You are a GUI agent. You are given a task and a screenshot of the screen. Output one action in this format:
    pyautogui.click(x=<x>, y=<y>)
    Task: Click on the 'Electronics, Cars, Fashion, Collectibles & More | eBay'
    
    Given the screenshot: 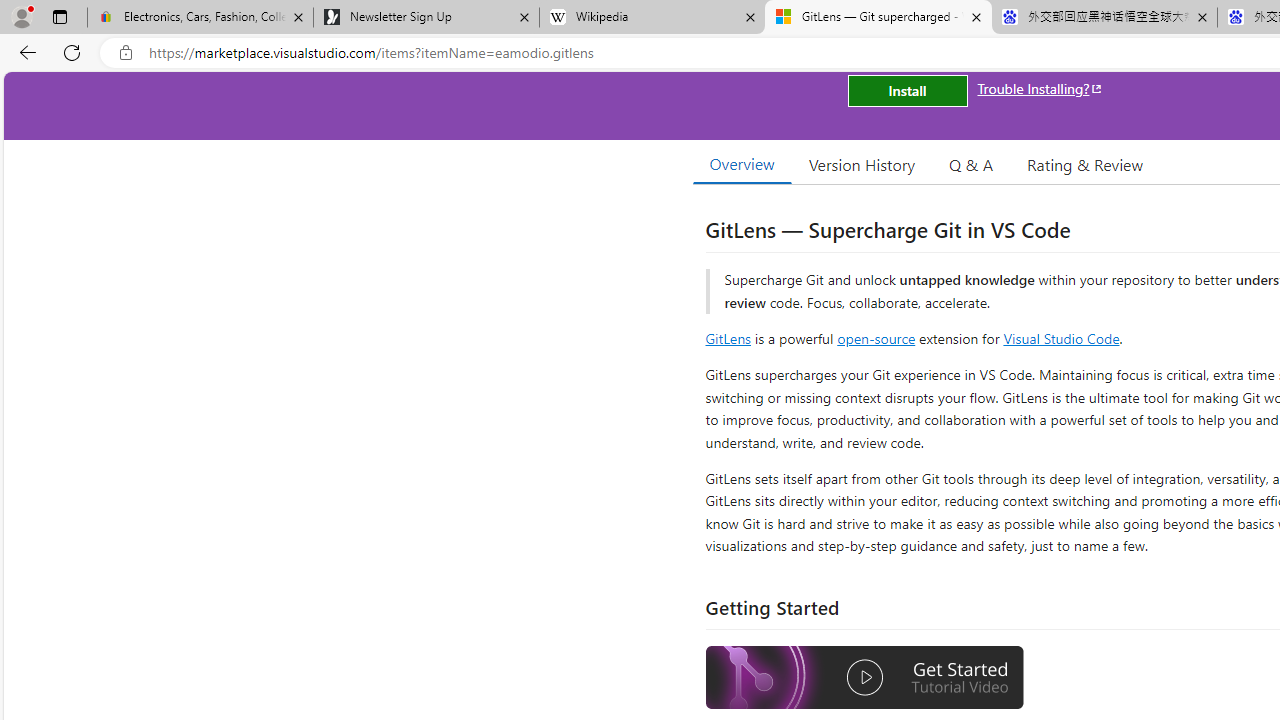 What is the action you would take?
    pyautogui.click(x=200, y=17)
    